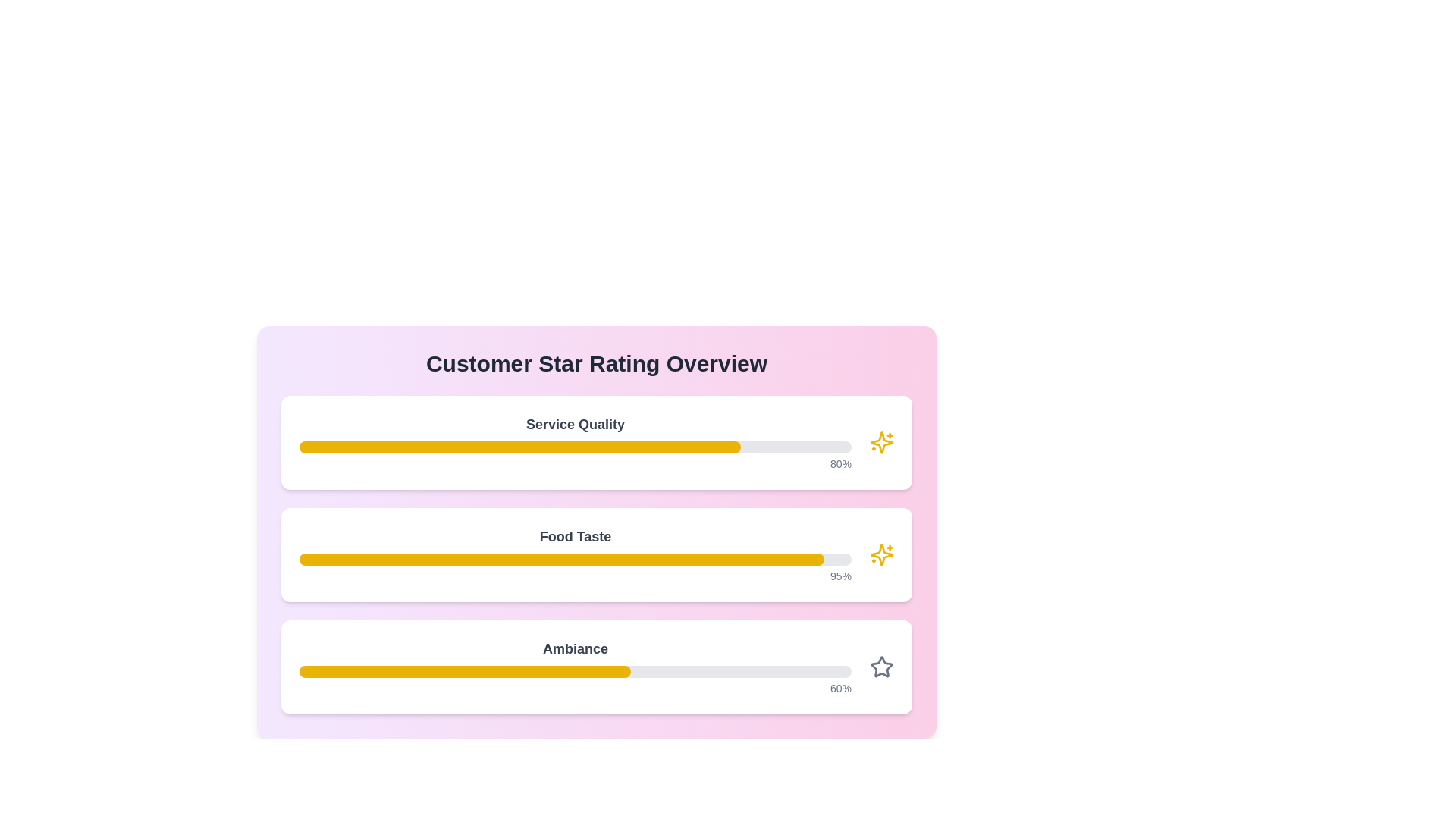 This screenshot has height=819, width=1456. What do you see at coordinates (574, 555) in the screenshot?
I see `the Horizontal Progress Bar with Label and Percentage Indicator for 'Food Taste' rating of 95%, located under the 'Customer Star Rating Overview' heading` at bounding box center [574, 555].